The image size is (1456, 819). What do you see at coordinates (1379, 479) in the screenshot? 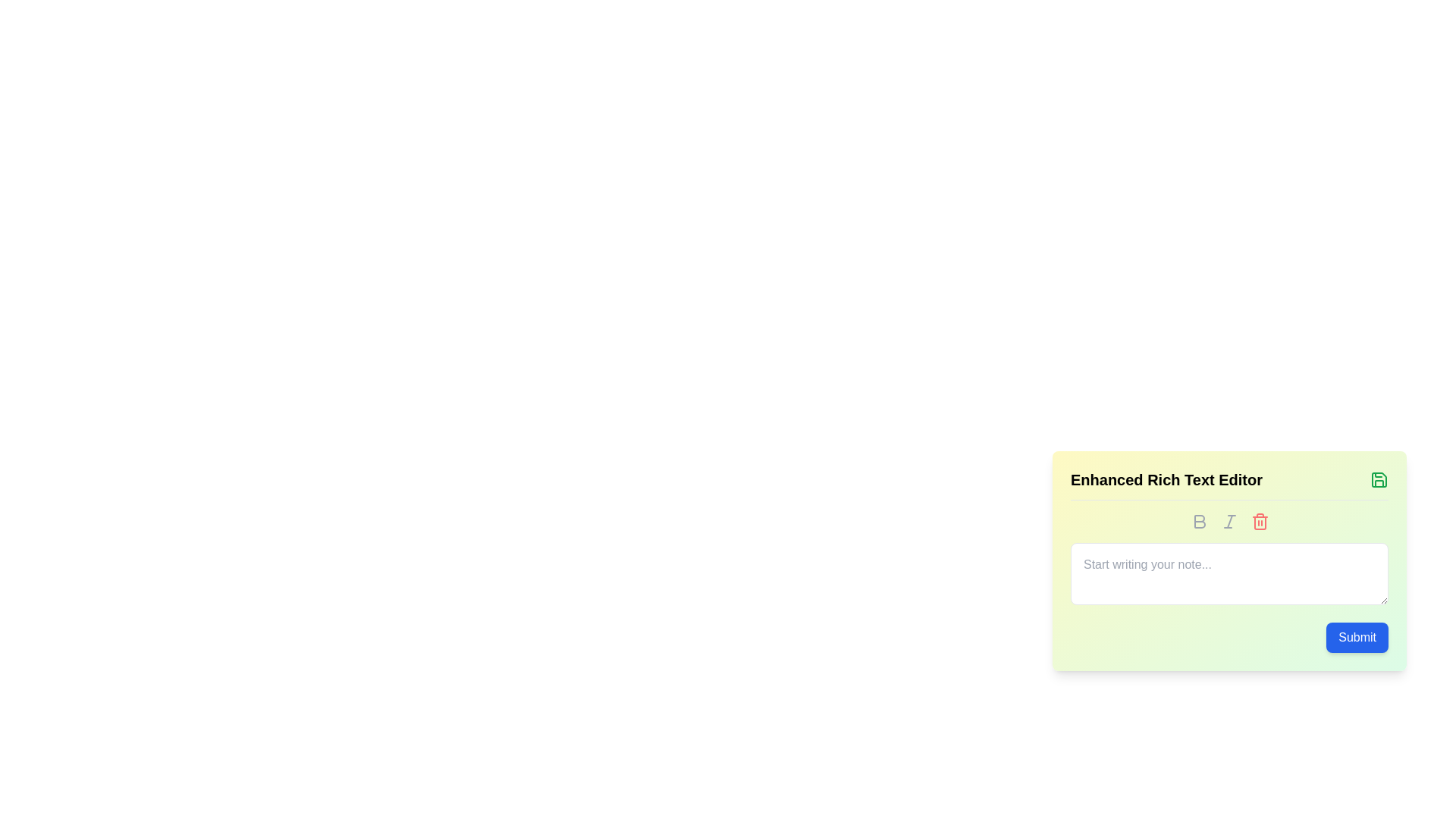
I see `the save button located at the far right of the header in the Enhanced Rich Text Editor` at bounding box center [1379, 479].